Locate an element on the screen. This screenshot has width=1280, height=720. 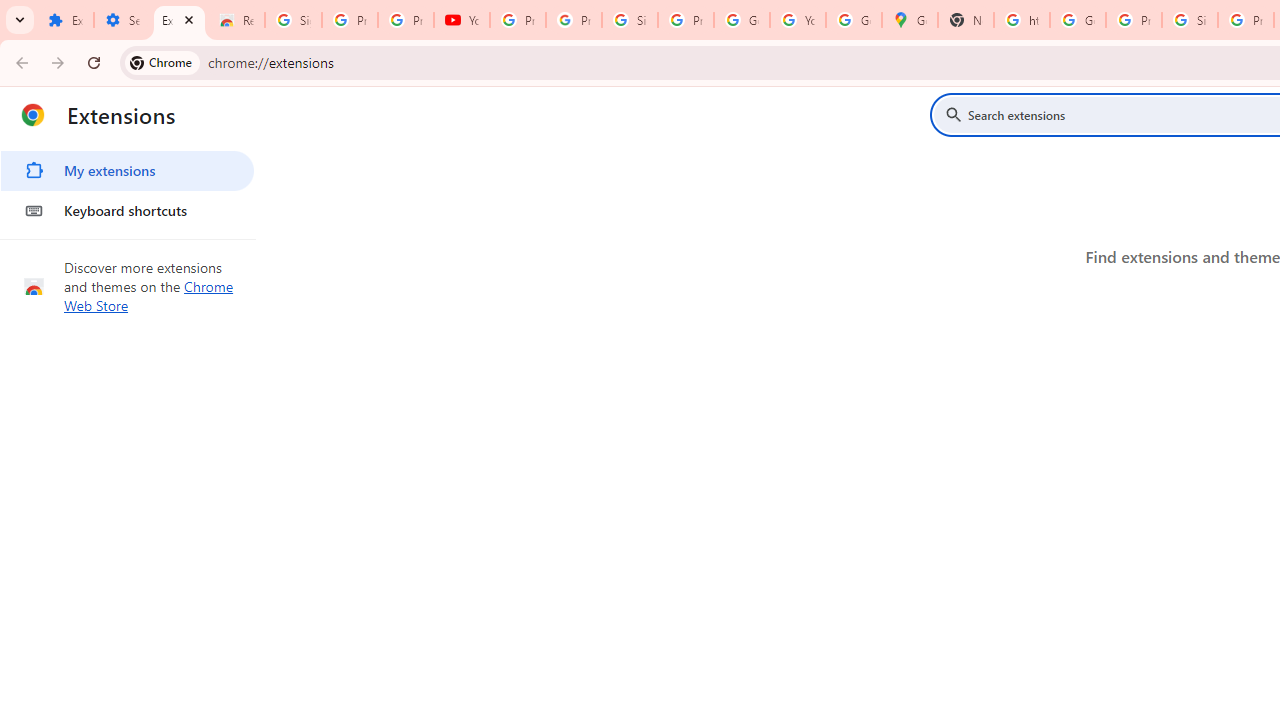
'Reviews: Helix Fruit Jump Arcade Game' is located at coordinates (236, 20).